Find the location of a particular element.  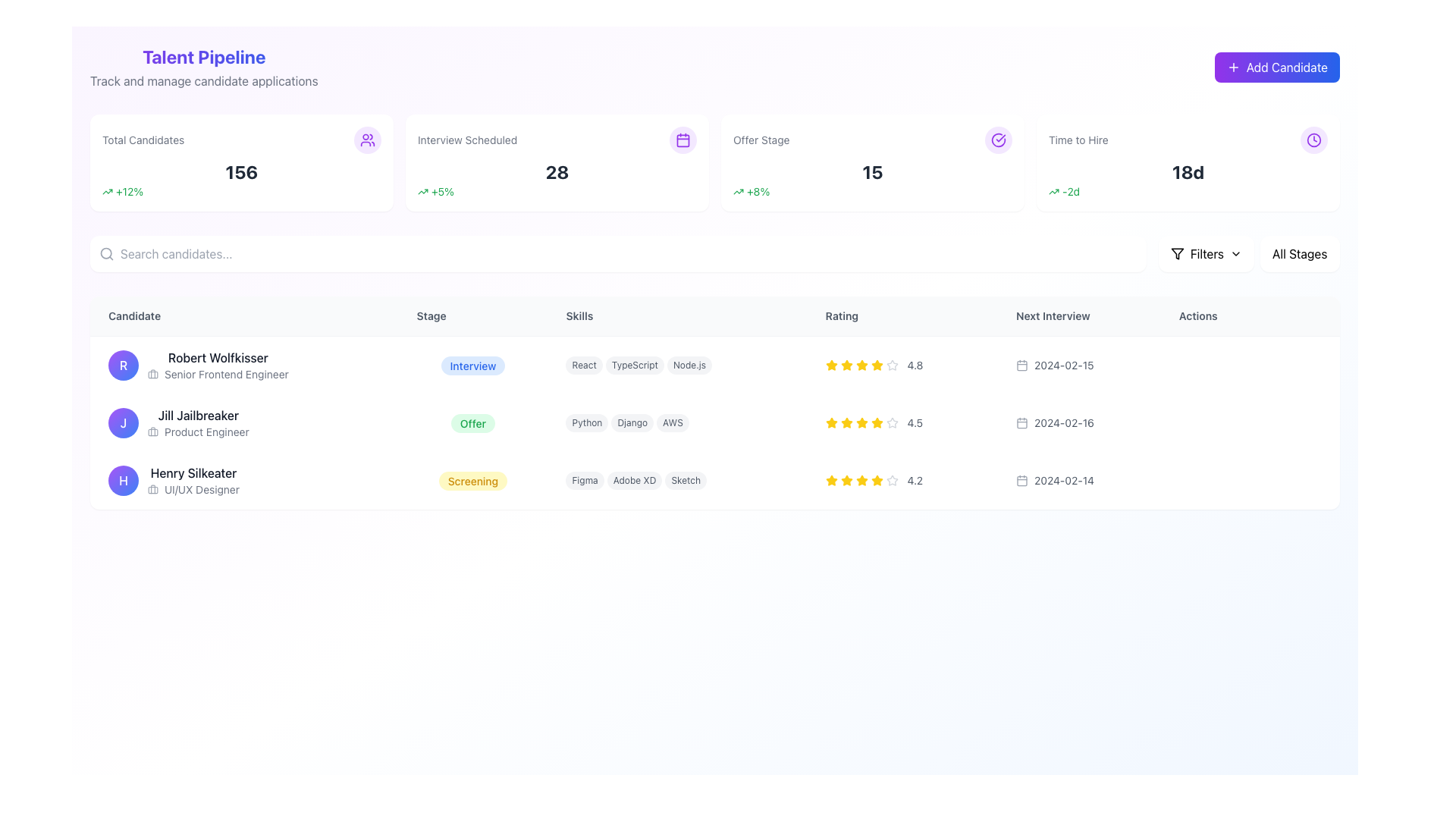

the rounded rectangular badge with a light blue background and blue text 'Interview' located in the 'Stage' column of the table row for candidate 'Robert Wolfkisser' is located at coordinates (472, 366).